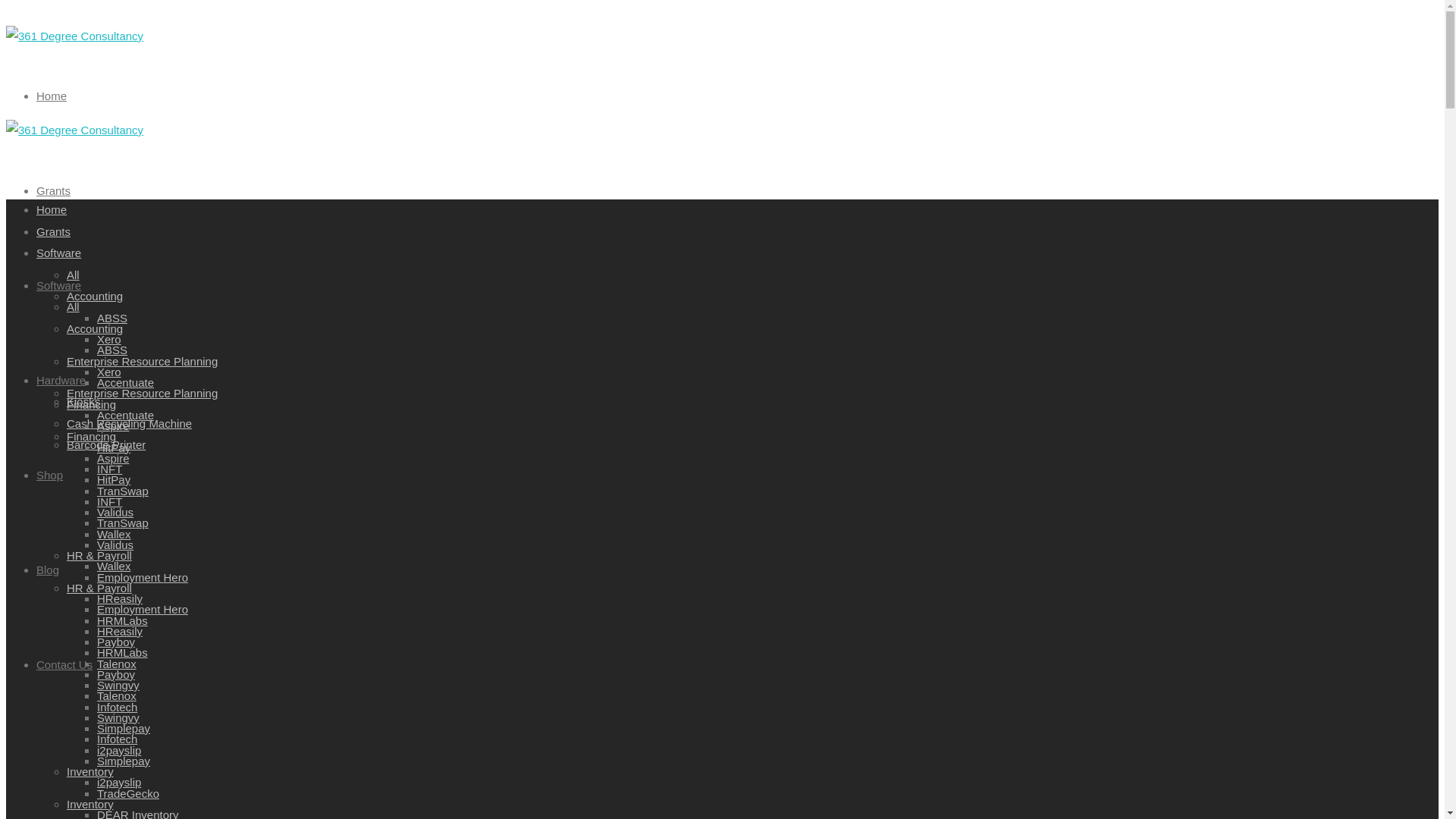 This screenshot has height=819, width=1456. Describe the element at coordinates (58, 252) in the screenshot. I see `'Software'` at that location.